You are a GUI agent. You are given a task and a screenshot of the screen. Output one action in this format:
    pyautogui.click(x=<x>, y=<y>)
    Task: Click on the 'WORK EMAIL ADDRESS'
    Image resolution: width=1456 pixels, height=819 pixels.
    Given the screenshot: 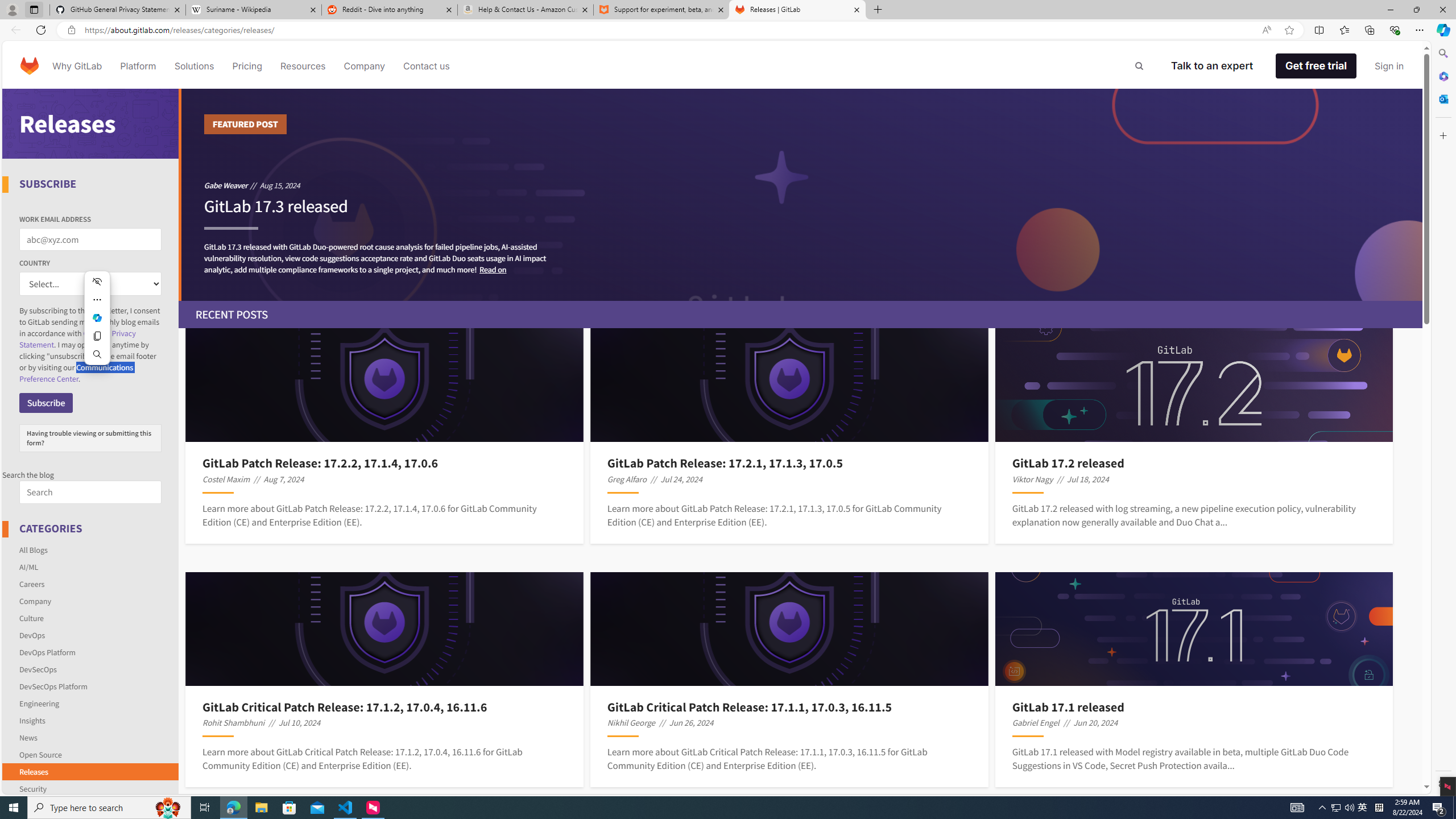 What is the action you would take?
    pyautogui.click(x=90, y=239)
    